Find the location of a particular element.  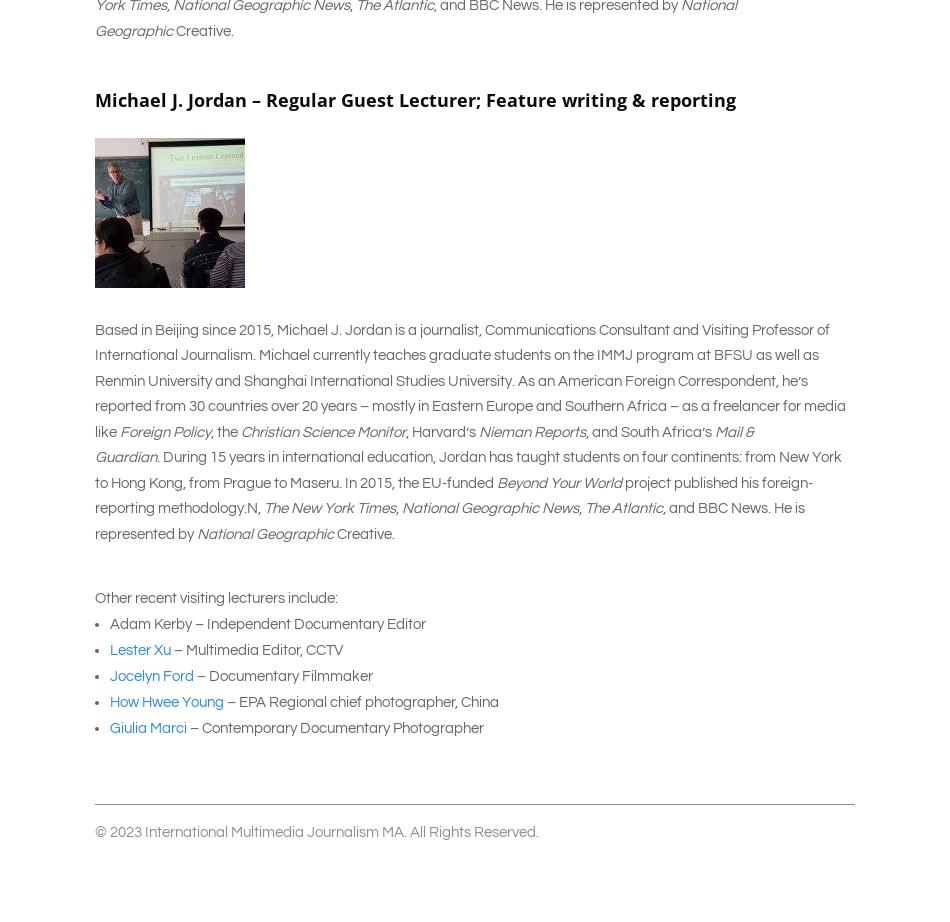

'– Multimedia Editor, CCTV' is located at coordinates (171, 649).